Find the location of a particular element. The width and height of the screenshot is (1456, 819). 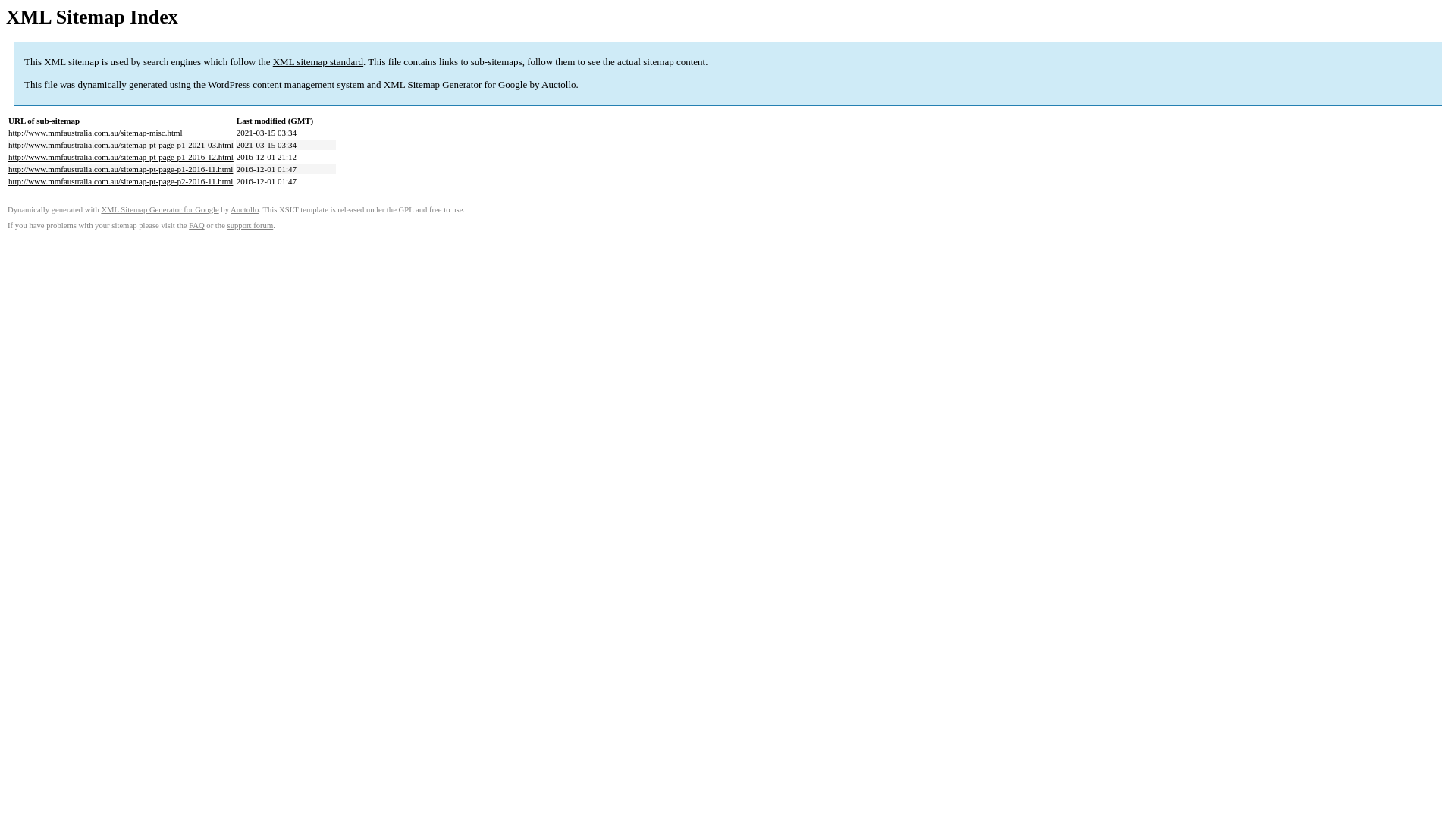

'Auctollo' is located at coordinates (558, 84).